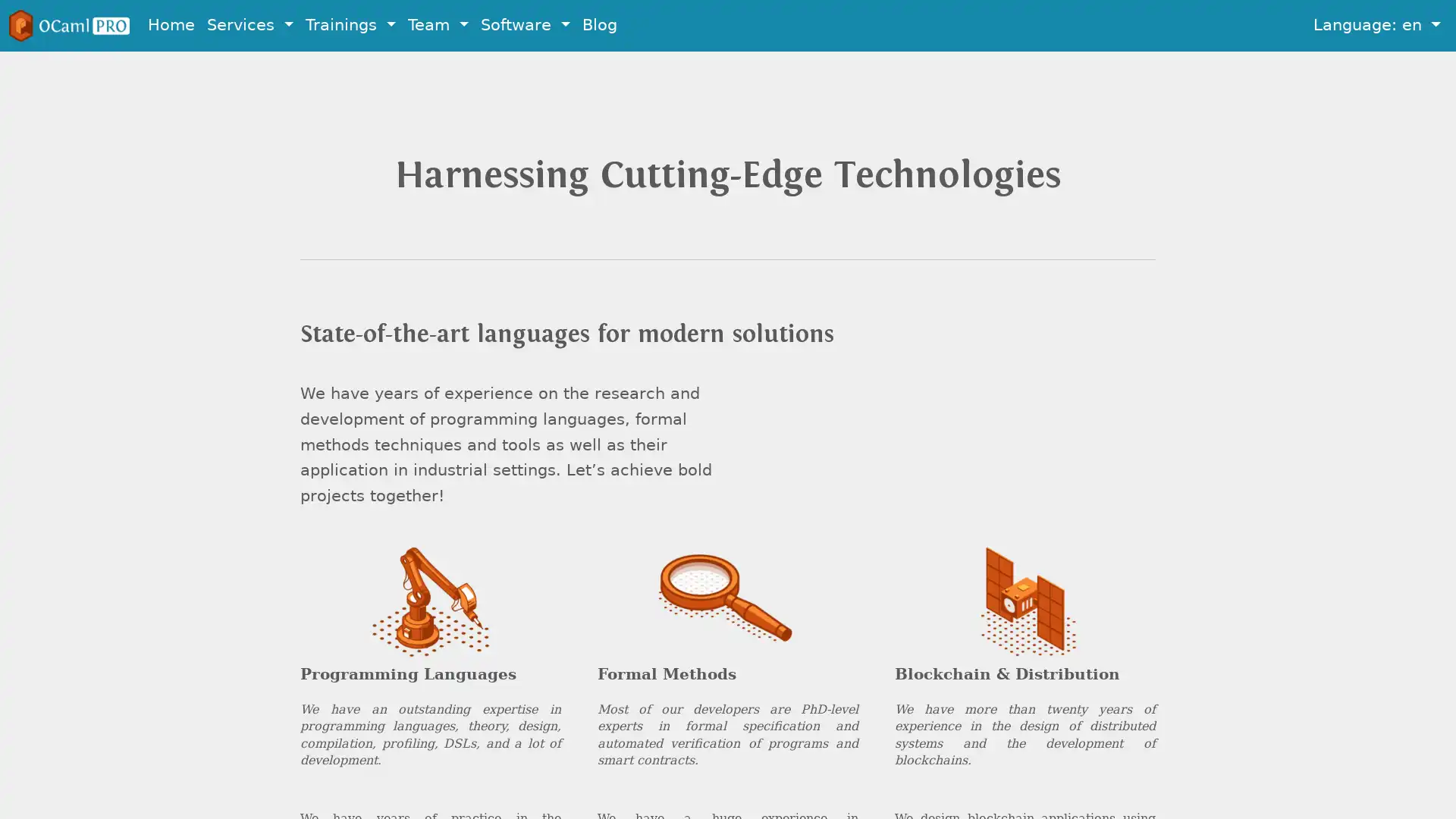  Describe the element at coordinates (525, 25) in the screenshot. I see `Software` at that location.